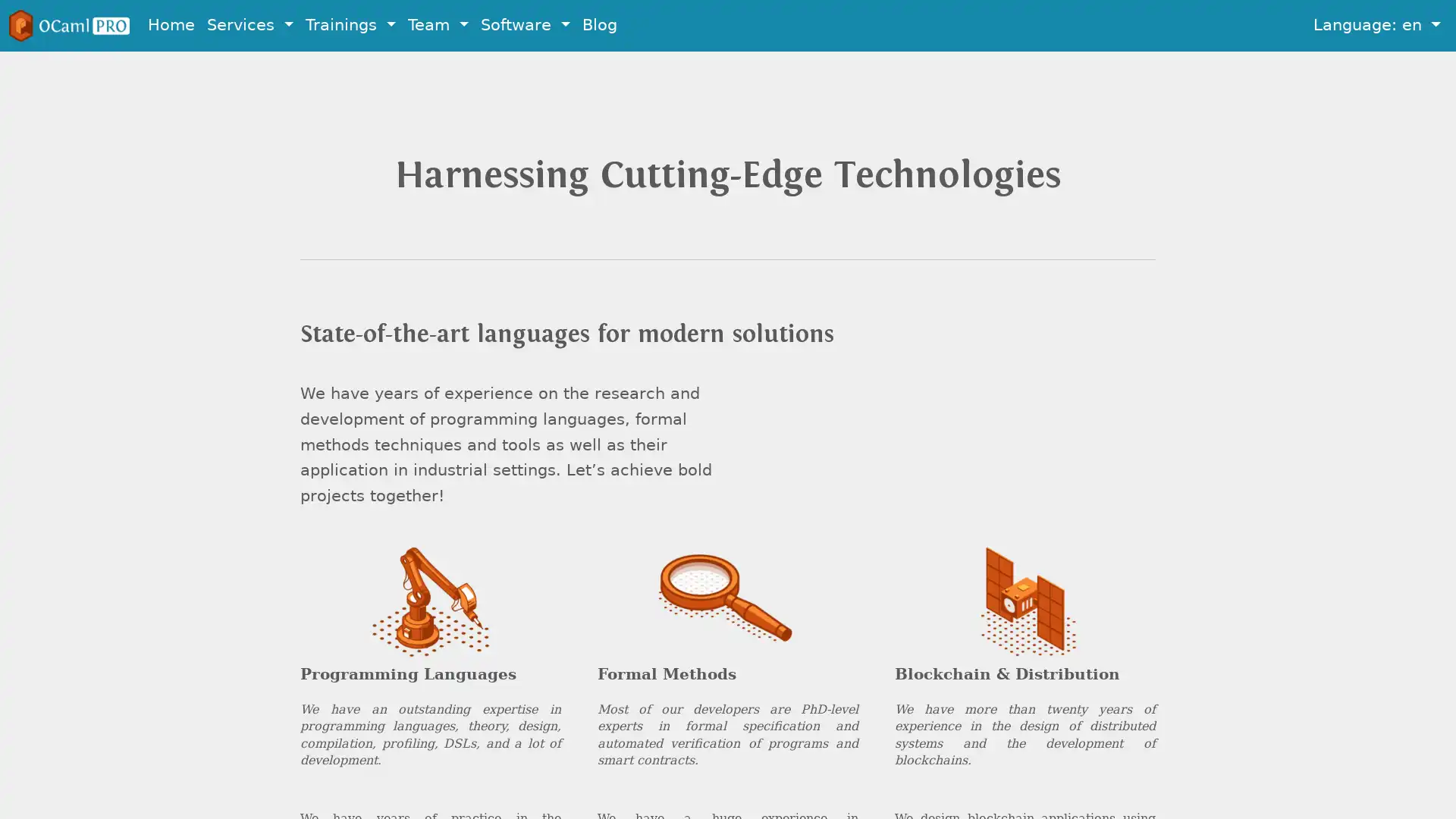  Describe the element at coordinates (525, 25) in the screenshot. I see `Software` at that location.